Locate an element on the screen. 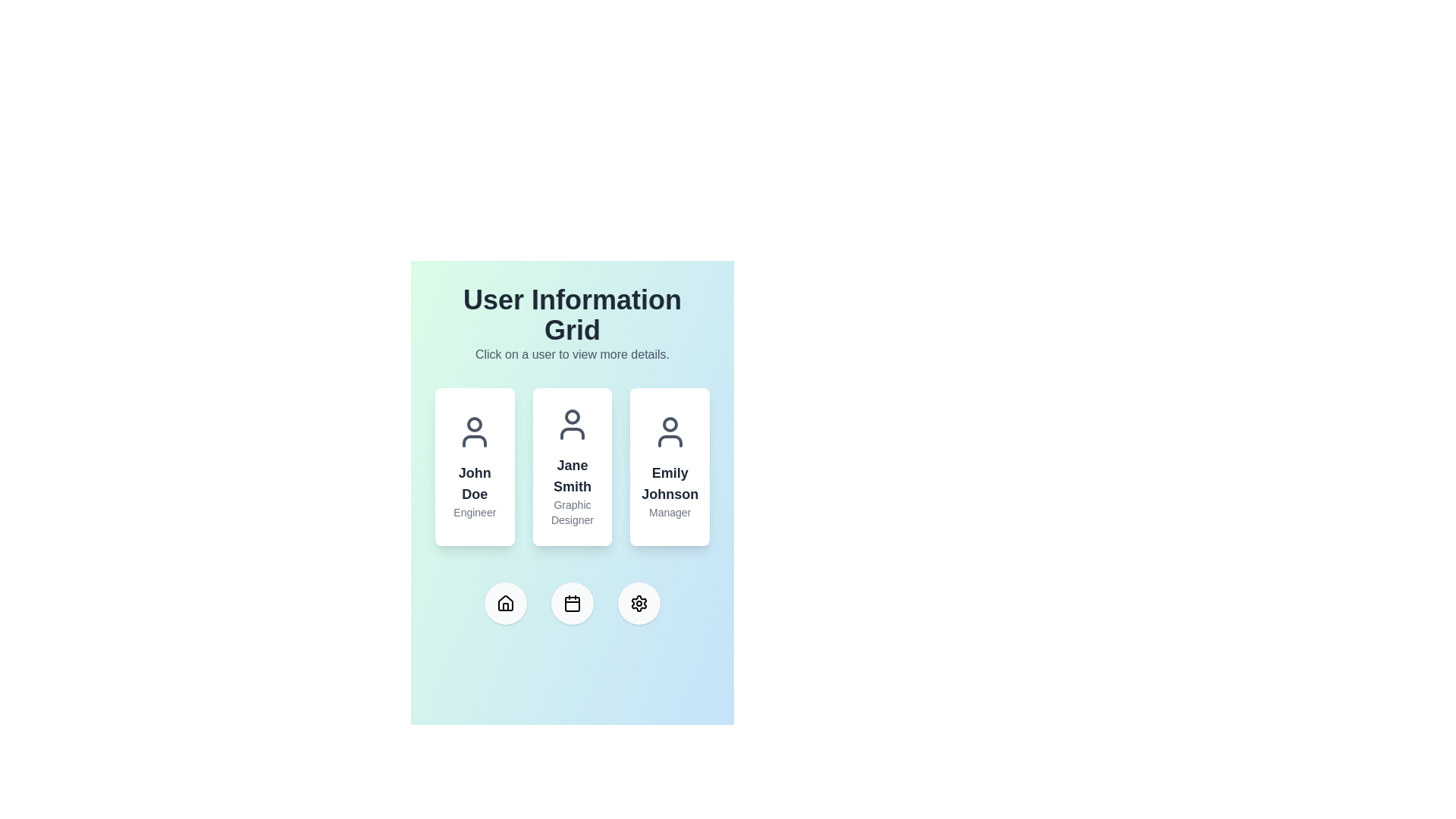 Image resolution: width=1456 pixels, height=819 pixels. the house icon button, which is the leftmost button in a horizontal arrangement below the user information cards is located at coordinates (506, 602).